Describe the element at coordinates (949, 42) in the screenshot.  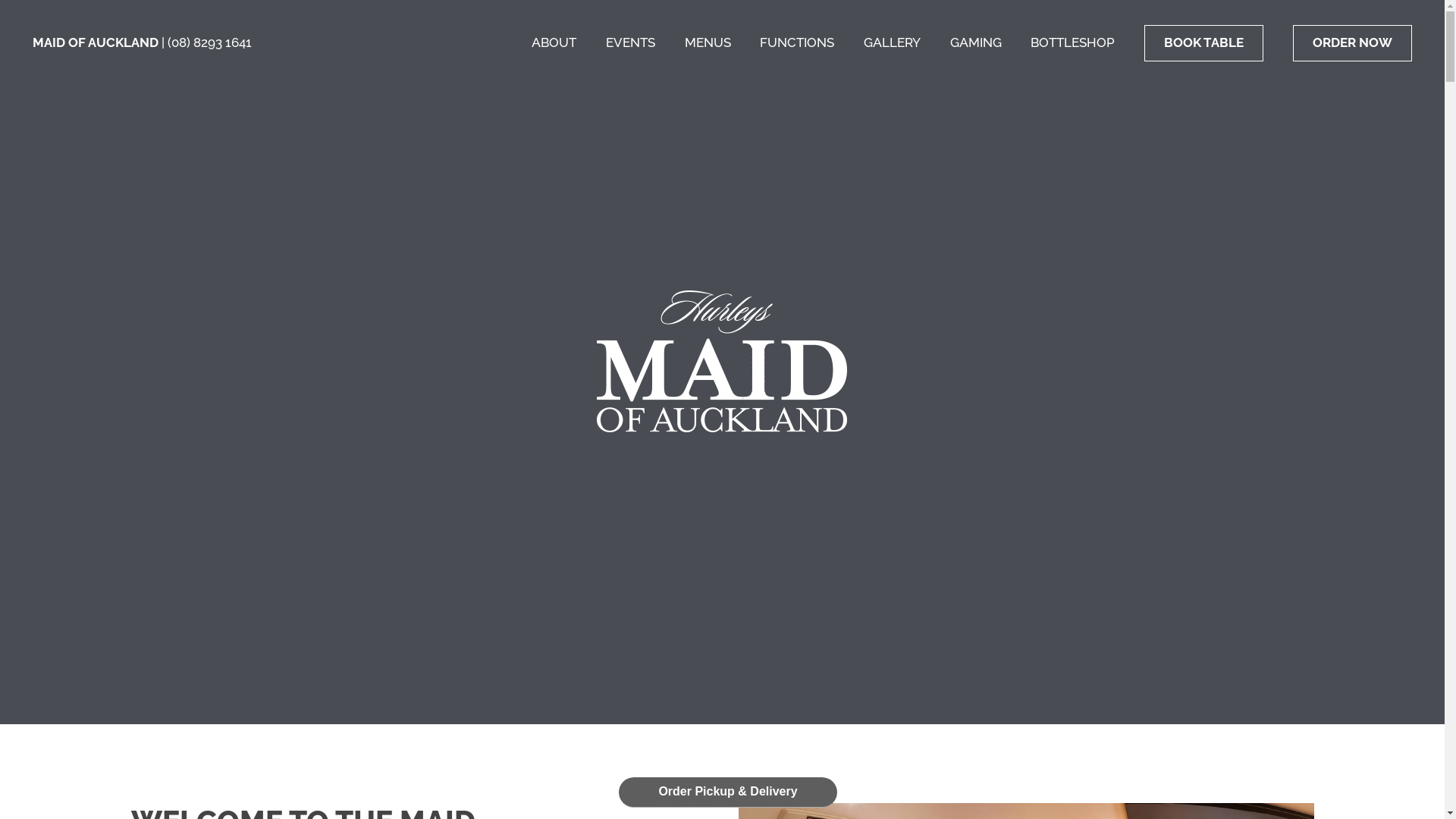
I see `'GAMING'` at that location.